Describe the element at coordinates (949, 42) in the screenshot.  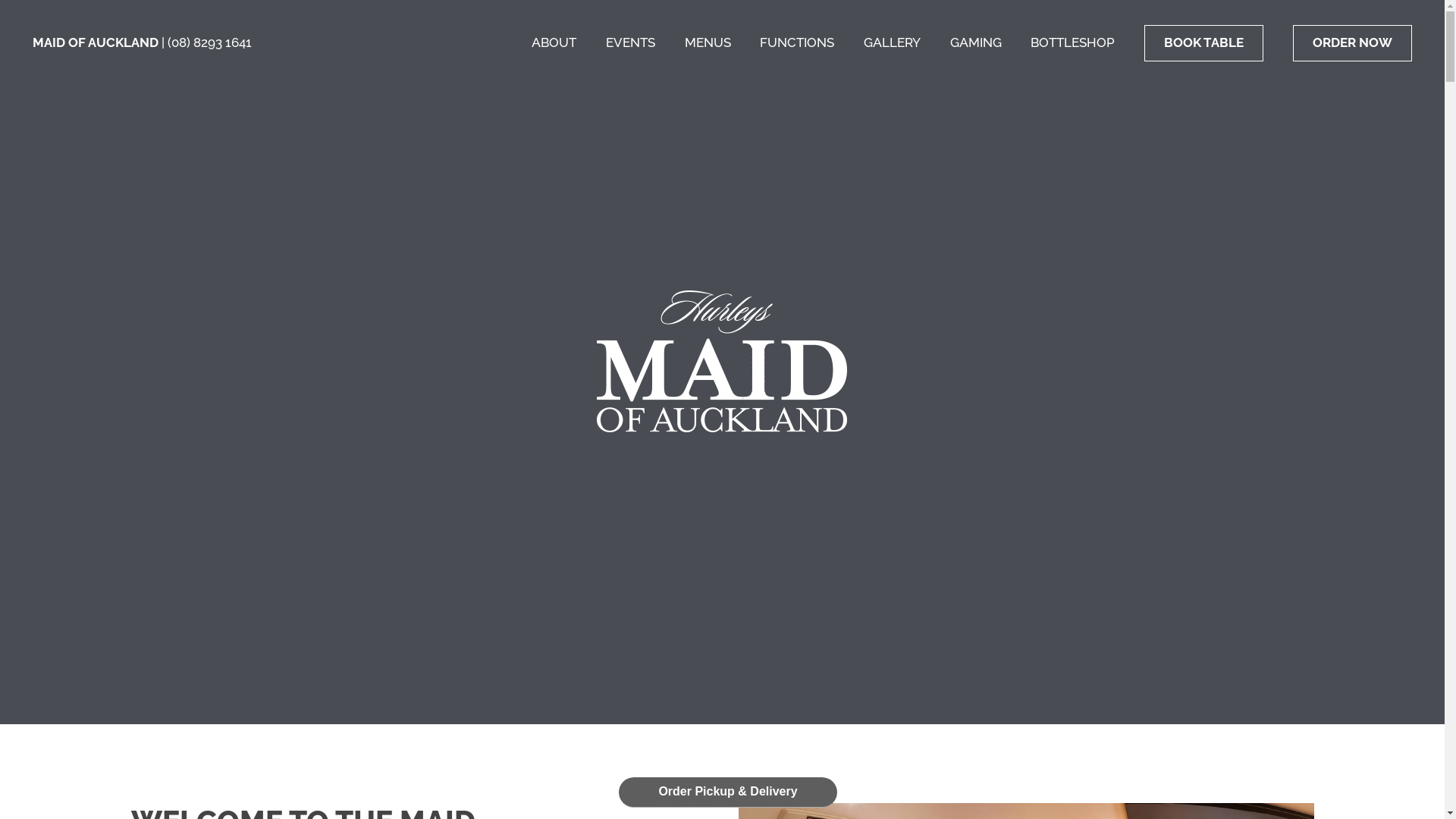
I see `'GAMING'` at that location.